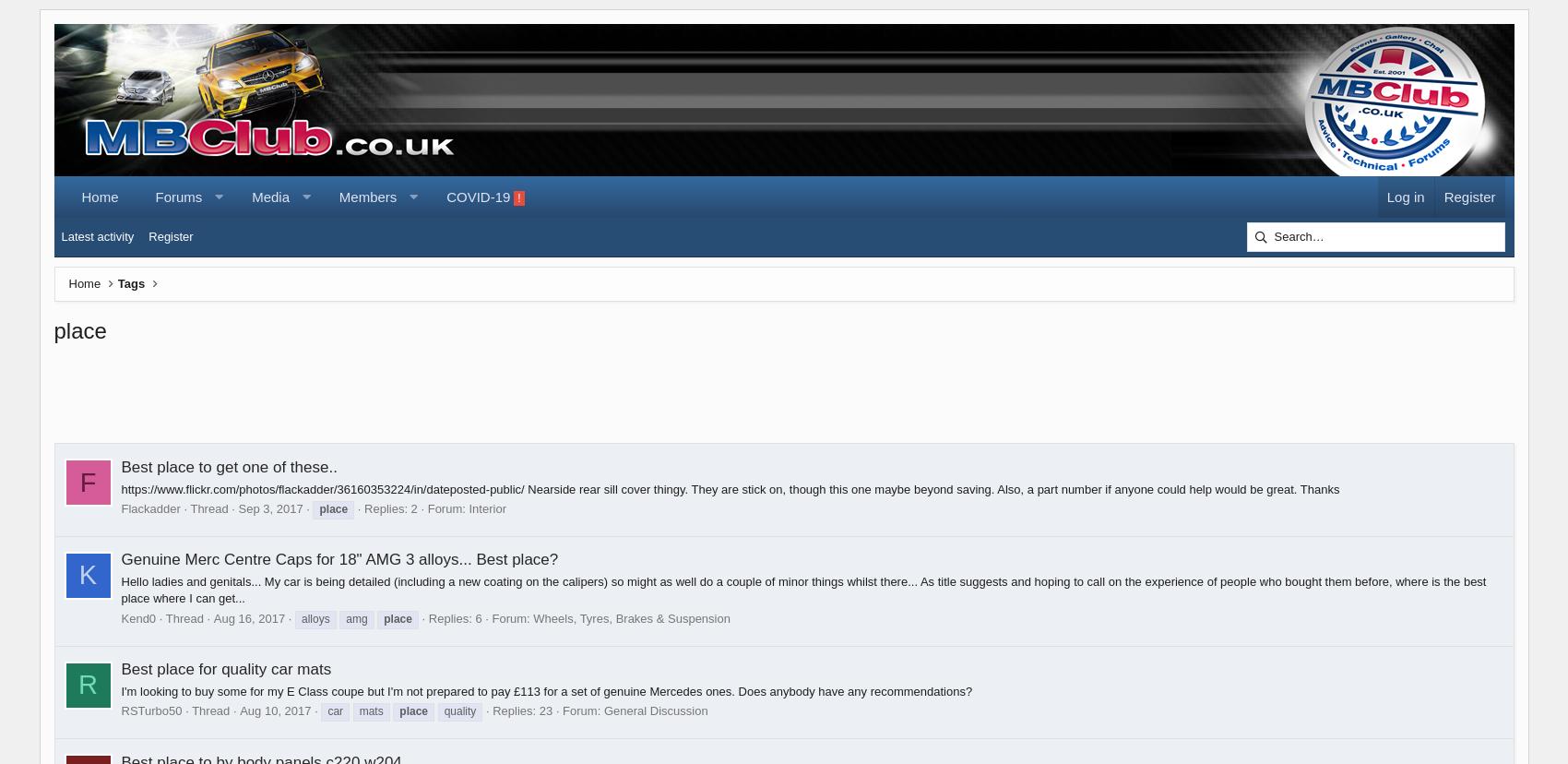 The width and height of the screenshot is (1568, 764). What do you see at coordinates (445, 197) in the screenshot?
I see `'COVID-19'` at bounding box center [445, 197].